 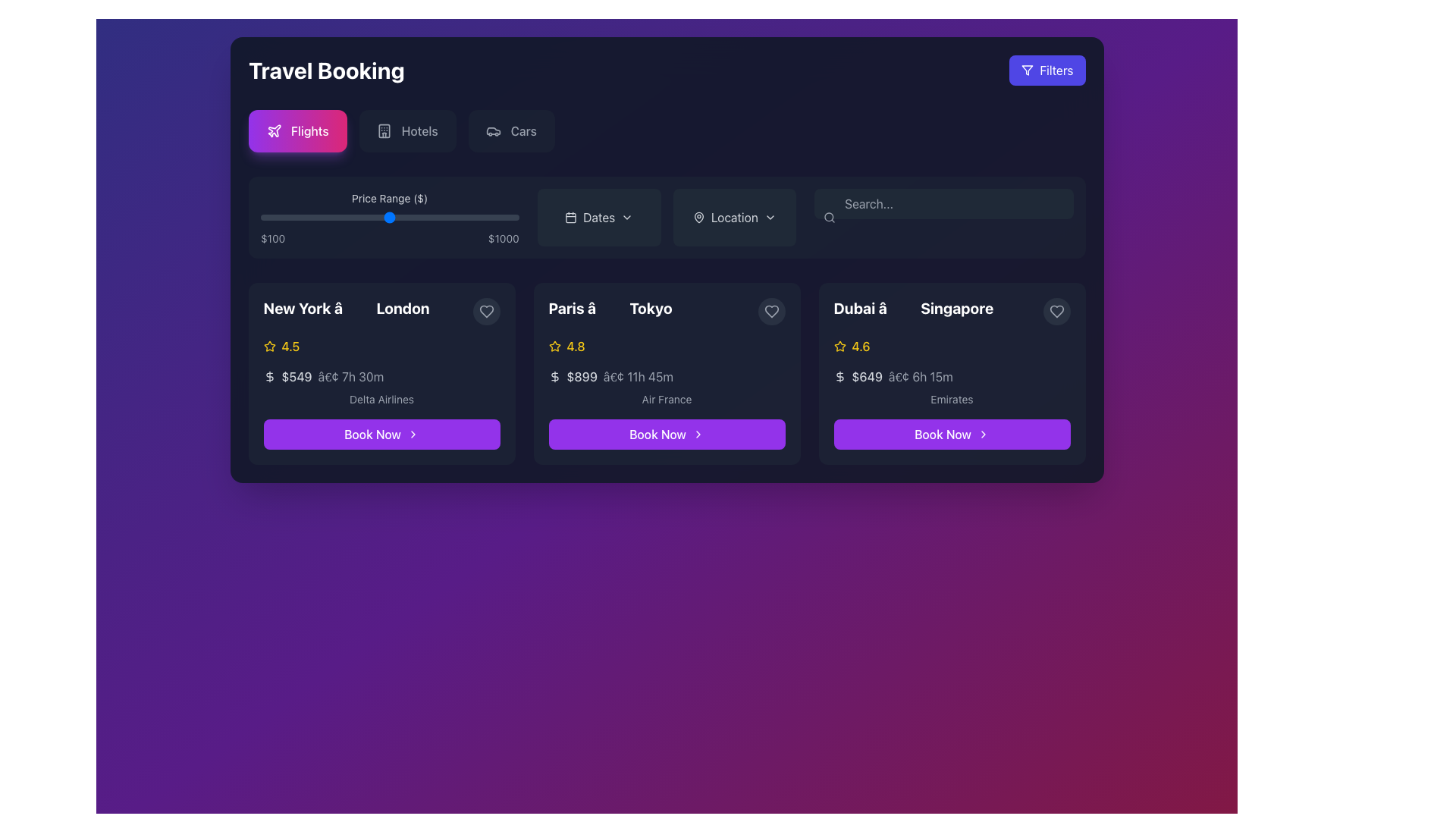 What do you see at coordinates (570, 217) in the screenshot?
I see `the small outlined calendar icon located to the left of the 'Dates' text in the header bar` at bounding box center [570, 217].